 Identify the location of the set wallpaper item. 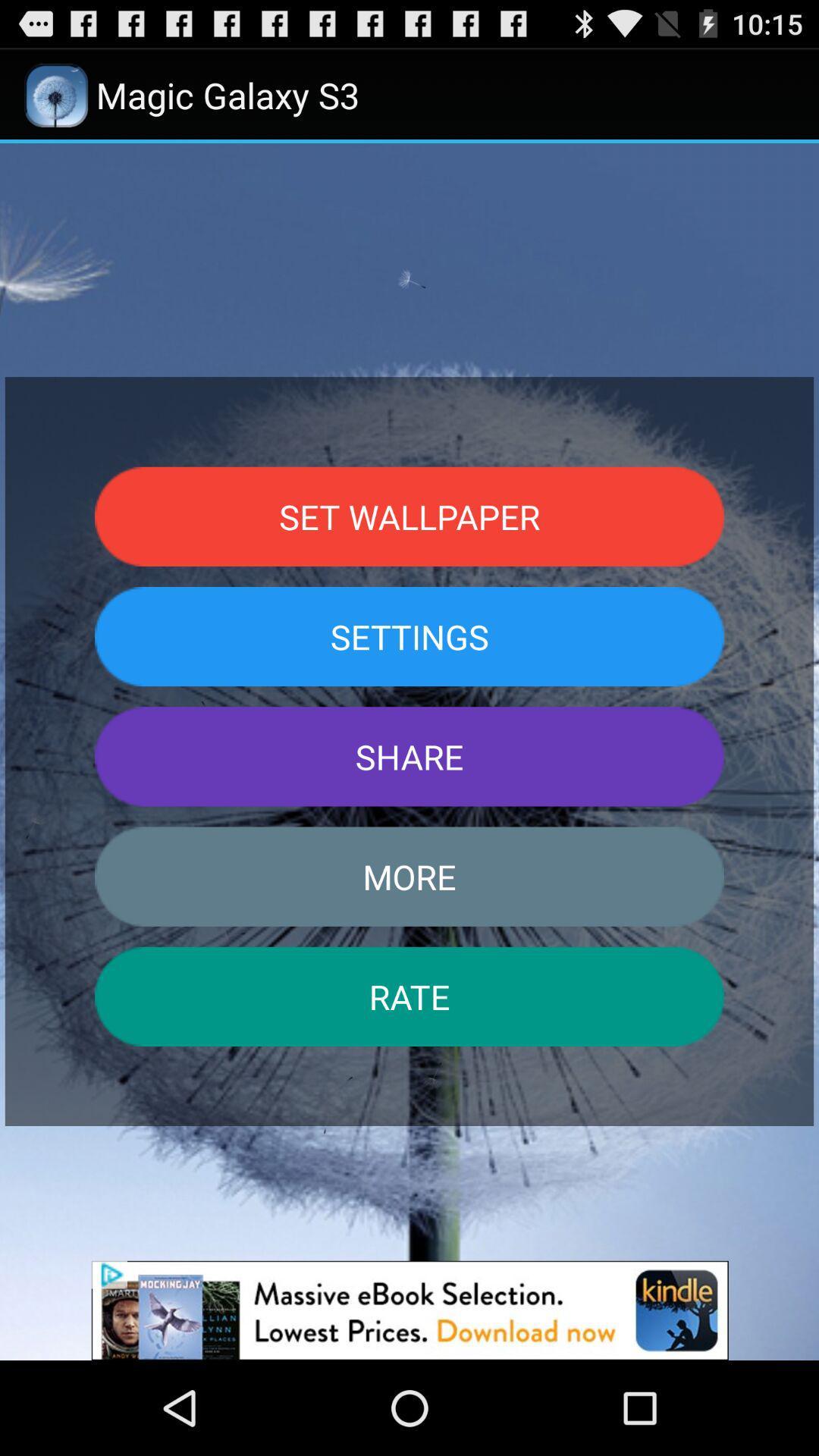
(409, 516).